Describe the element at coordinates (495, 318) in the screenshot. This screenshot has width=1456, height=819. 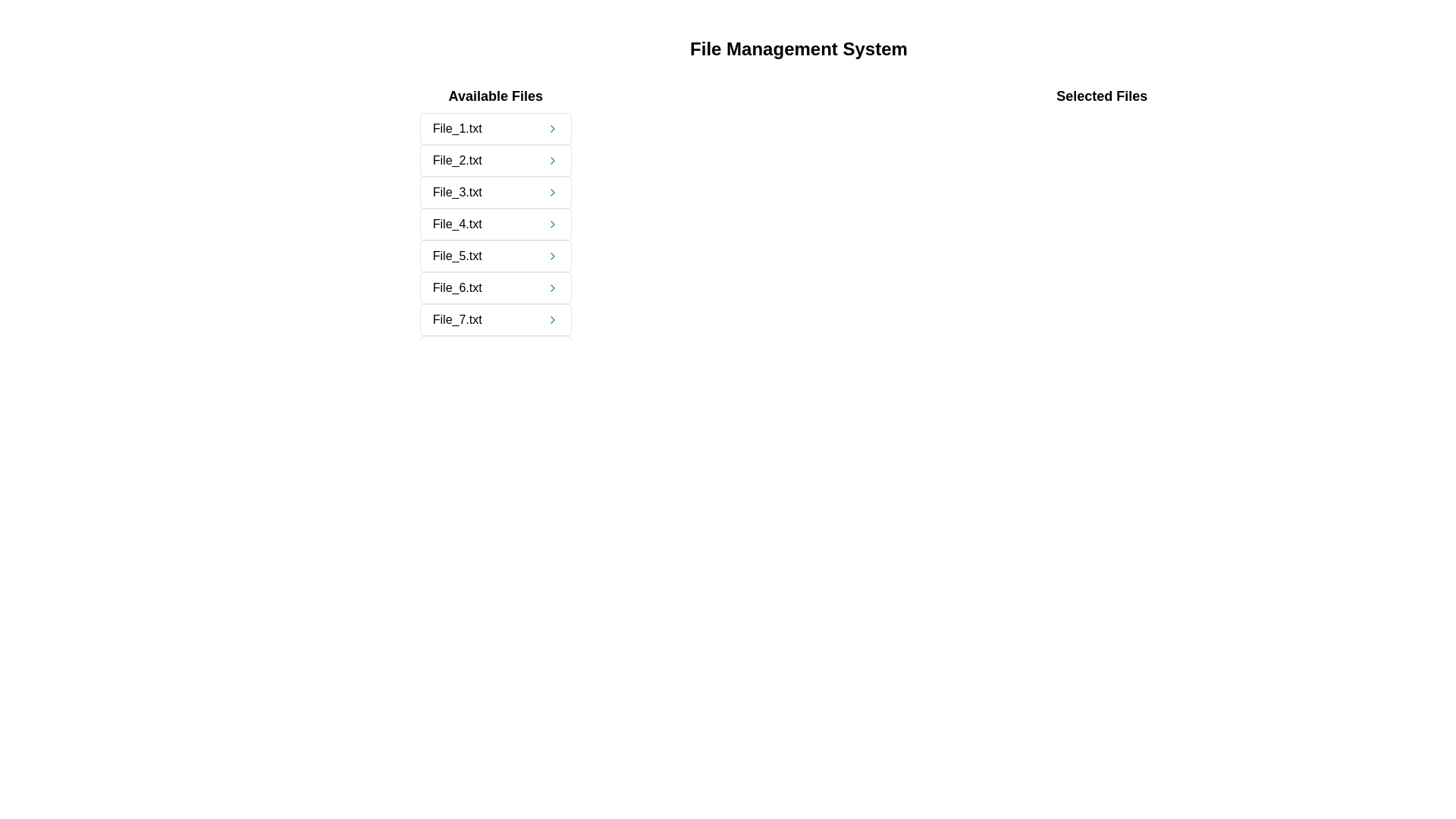
I see `the list item labeled 'File_7.txt'` at that location.